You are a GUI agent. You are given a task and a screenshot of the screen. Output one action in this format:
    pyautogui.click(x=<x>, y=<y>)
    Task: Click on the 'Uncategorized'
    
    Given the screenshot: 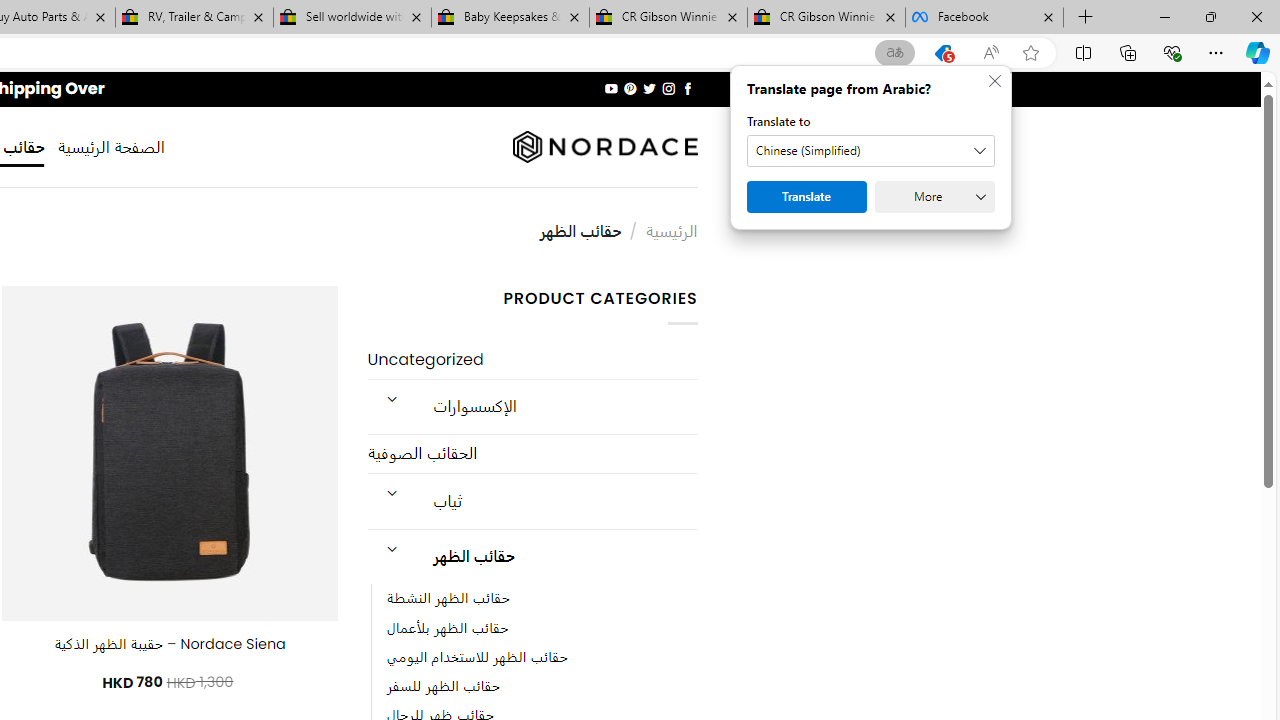 What is the action you would take?
    pyautogui.click(x=532, y=360)
    